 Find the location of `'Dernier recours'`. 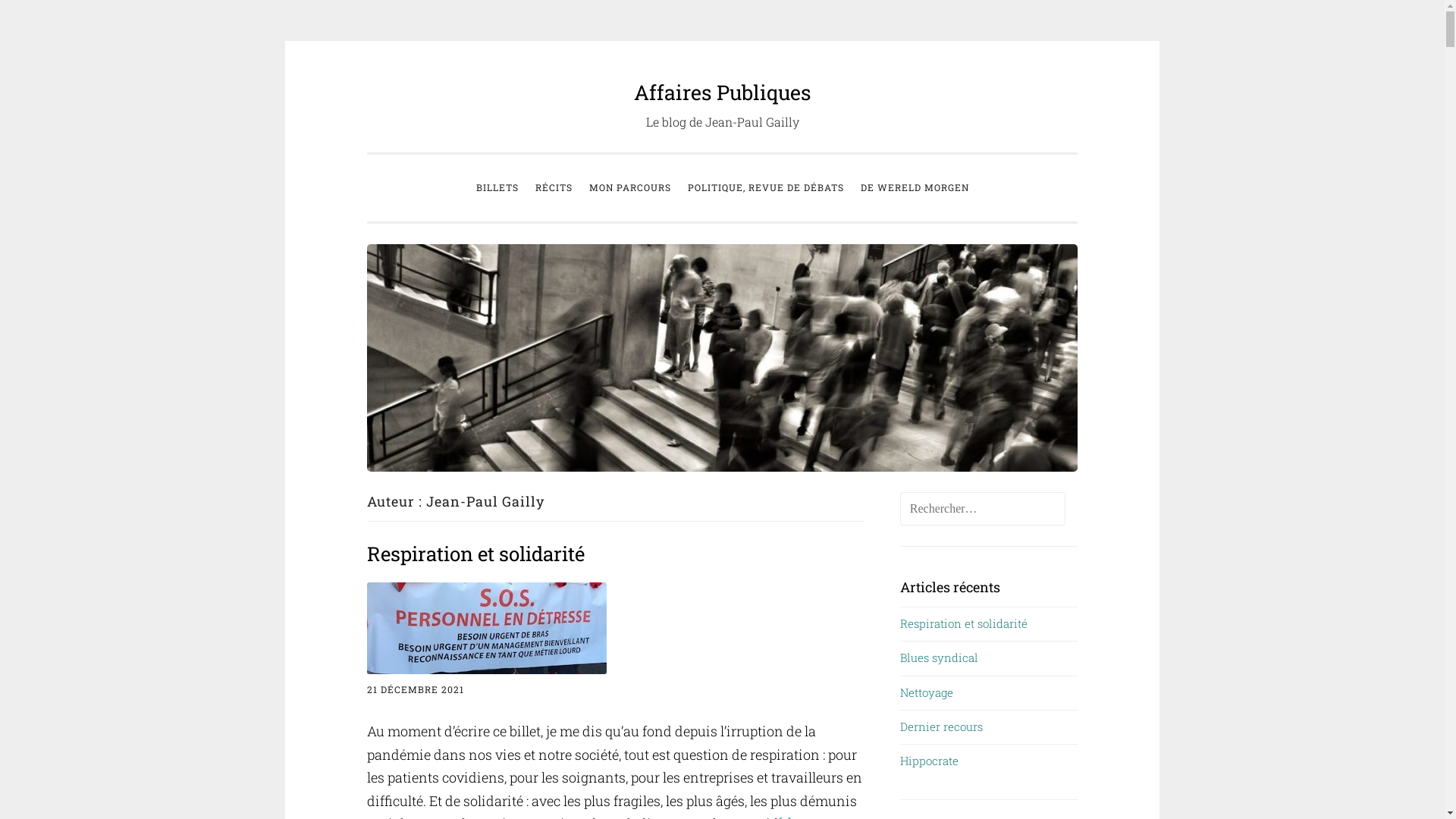

'Dernier recours' is located at coordinates (899, 725).